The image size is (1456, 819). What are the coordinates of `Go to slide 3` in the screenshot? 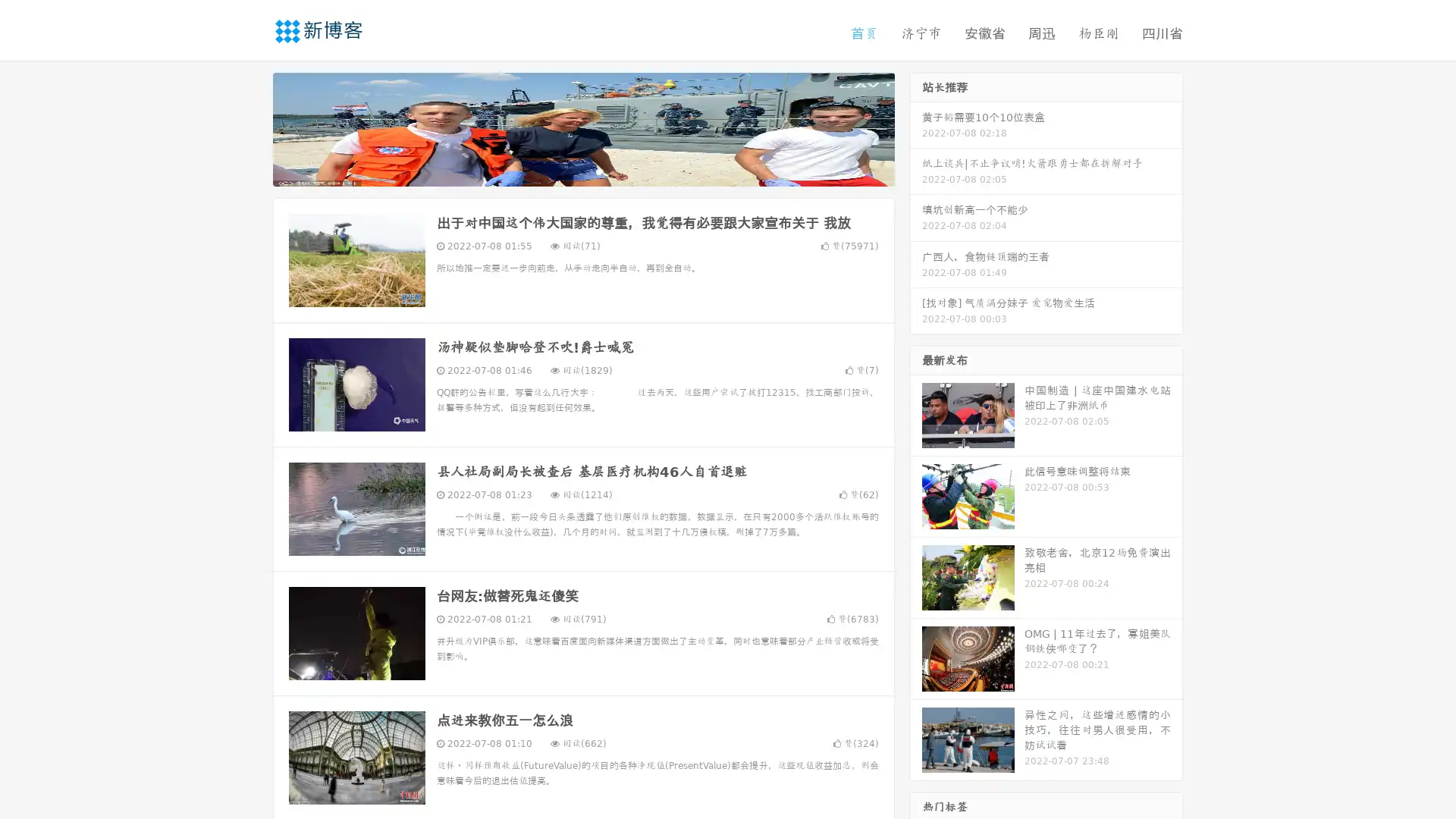 It's located at (598, 171).